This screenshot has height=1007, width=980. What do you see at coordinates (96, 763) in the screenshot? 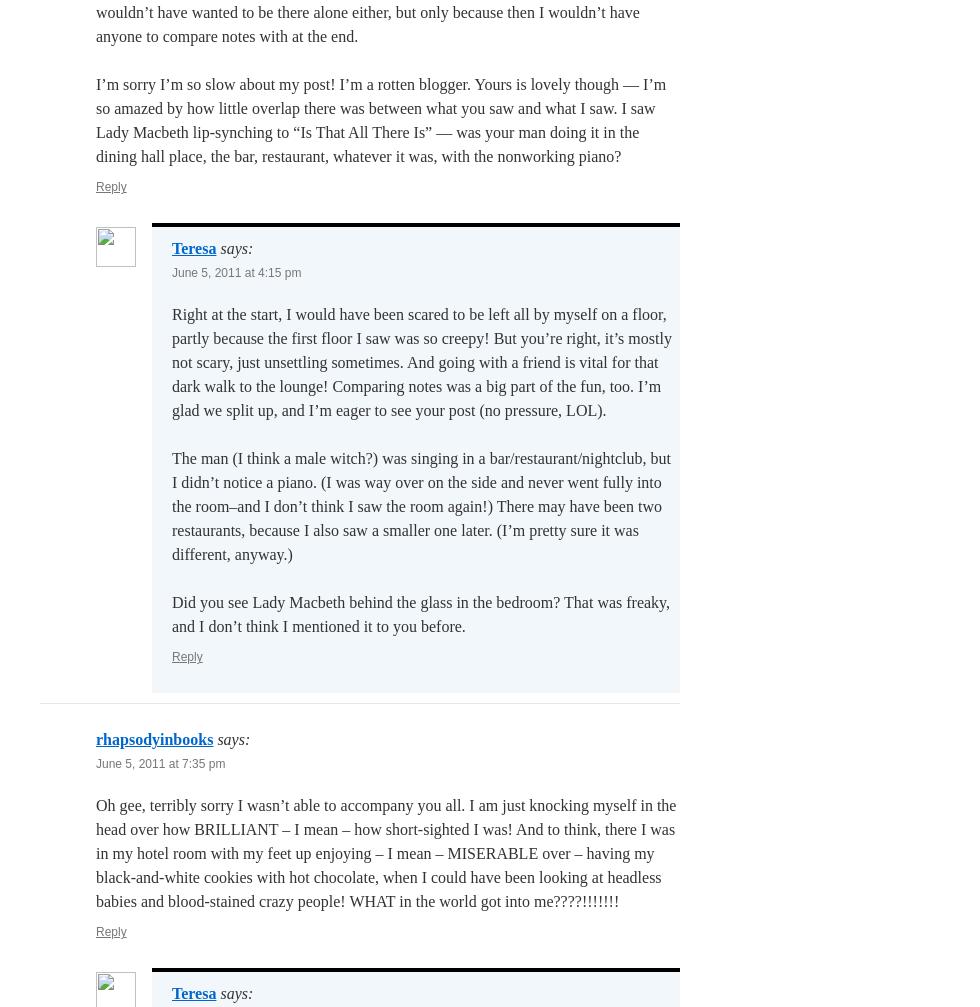
I see `'June 5, 2011 at 7:35 pm'` at bounding box center [96, 763].